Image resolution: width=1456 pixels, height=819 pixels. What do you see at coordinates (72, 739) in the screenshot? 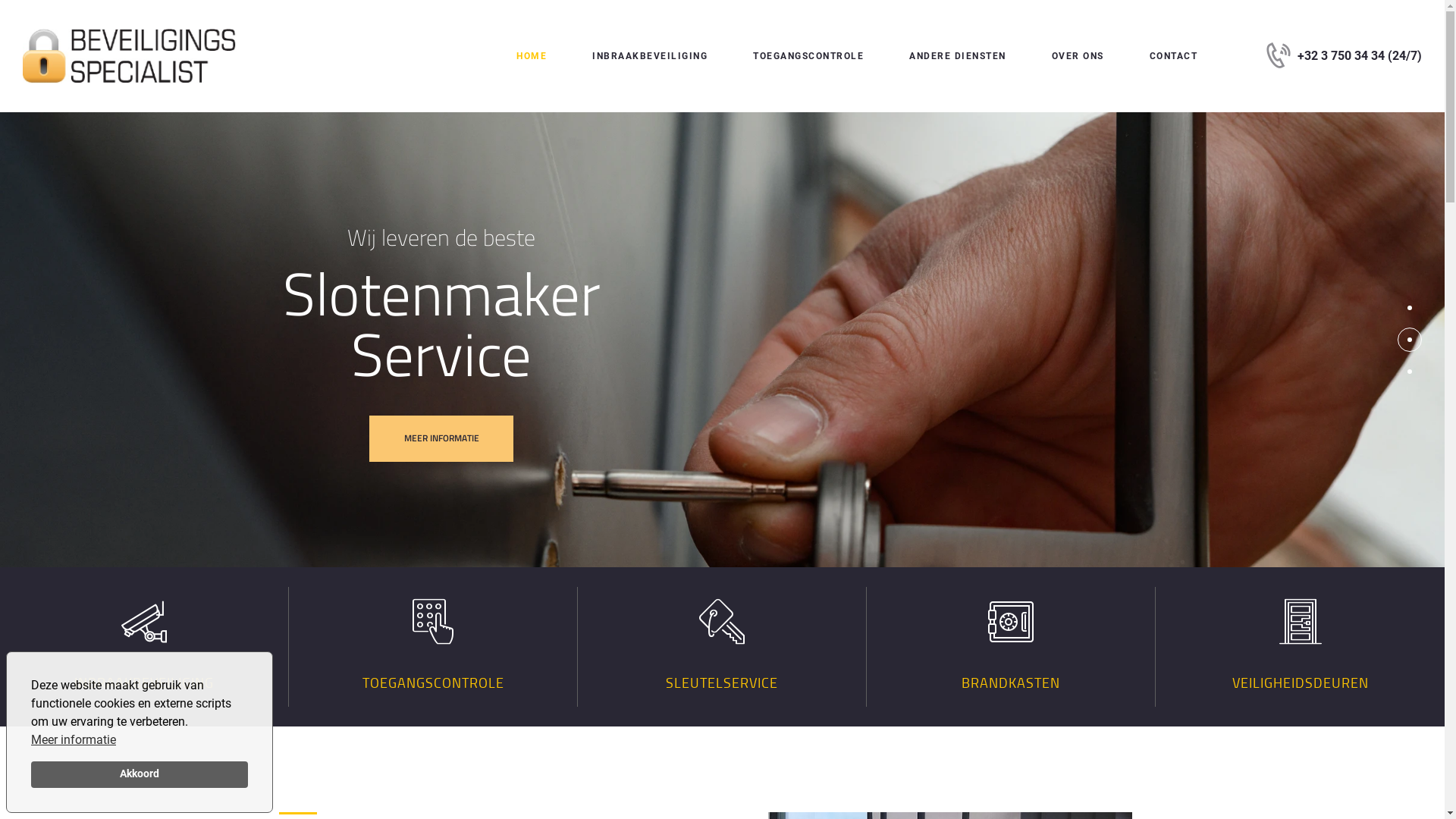
I see `'Meer informatie'` at bounding box center [72, 739].